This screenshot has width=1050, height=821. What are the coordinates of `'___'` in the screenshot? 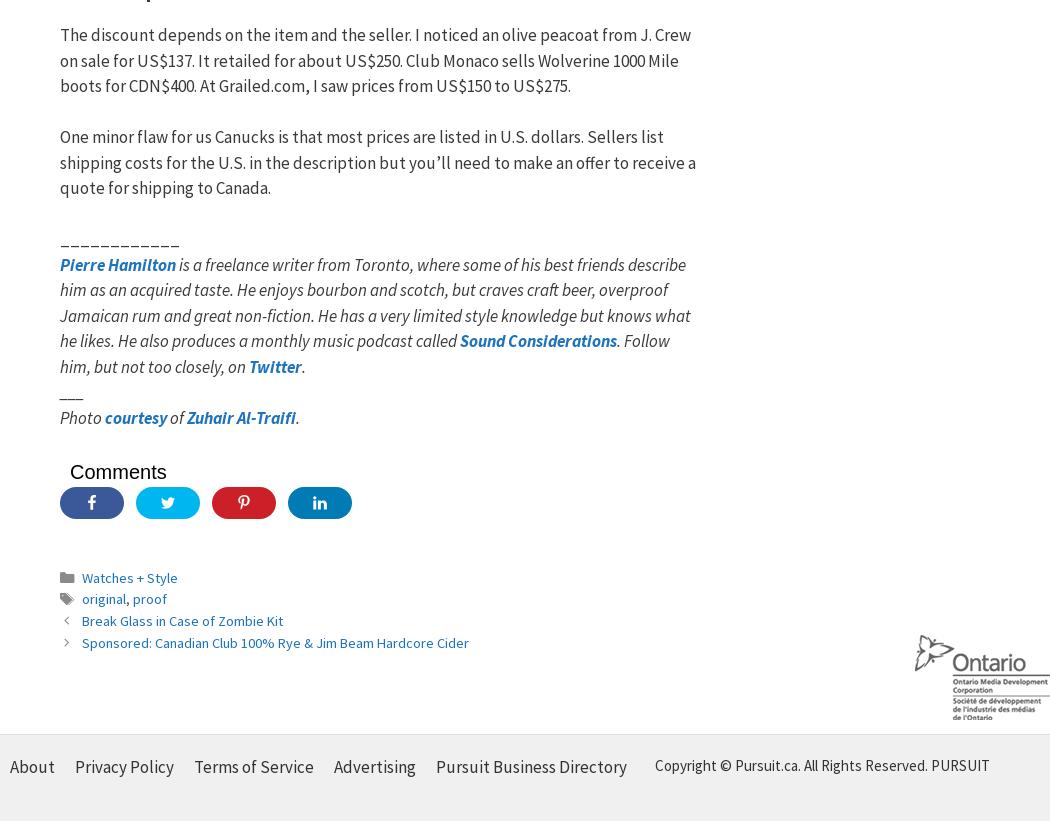 It's located at (71, 391).